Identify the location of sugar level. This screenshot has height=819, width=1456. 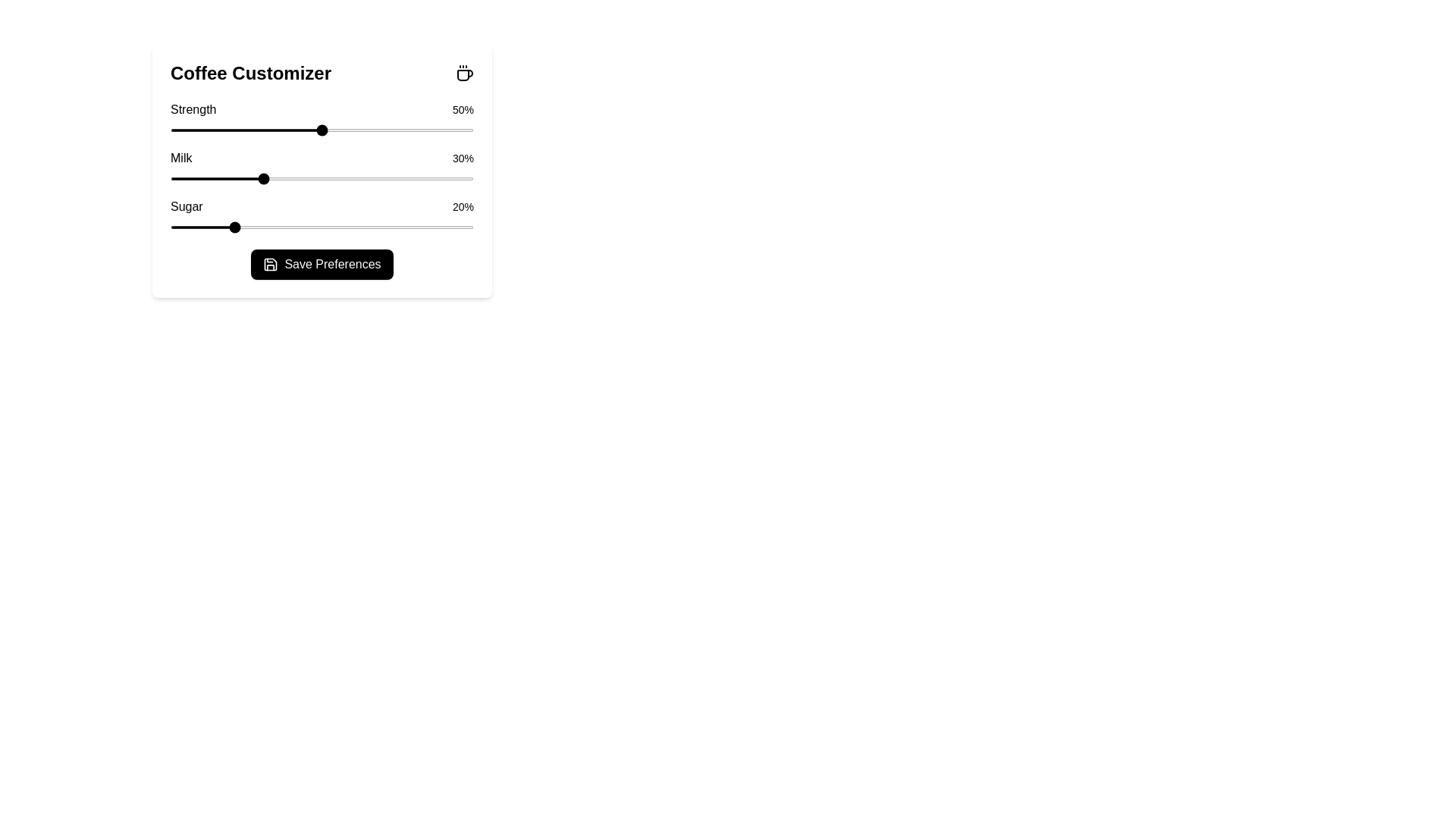
(209, 227).